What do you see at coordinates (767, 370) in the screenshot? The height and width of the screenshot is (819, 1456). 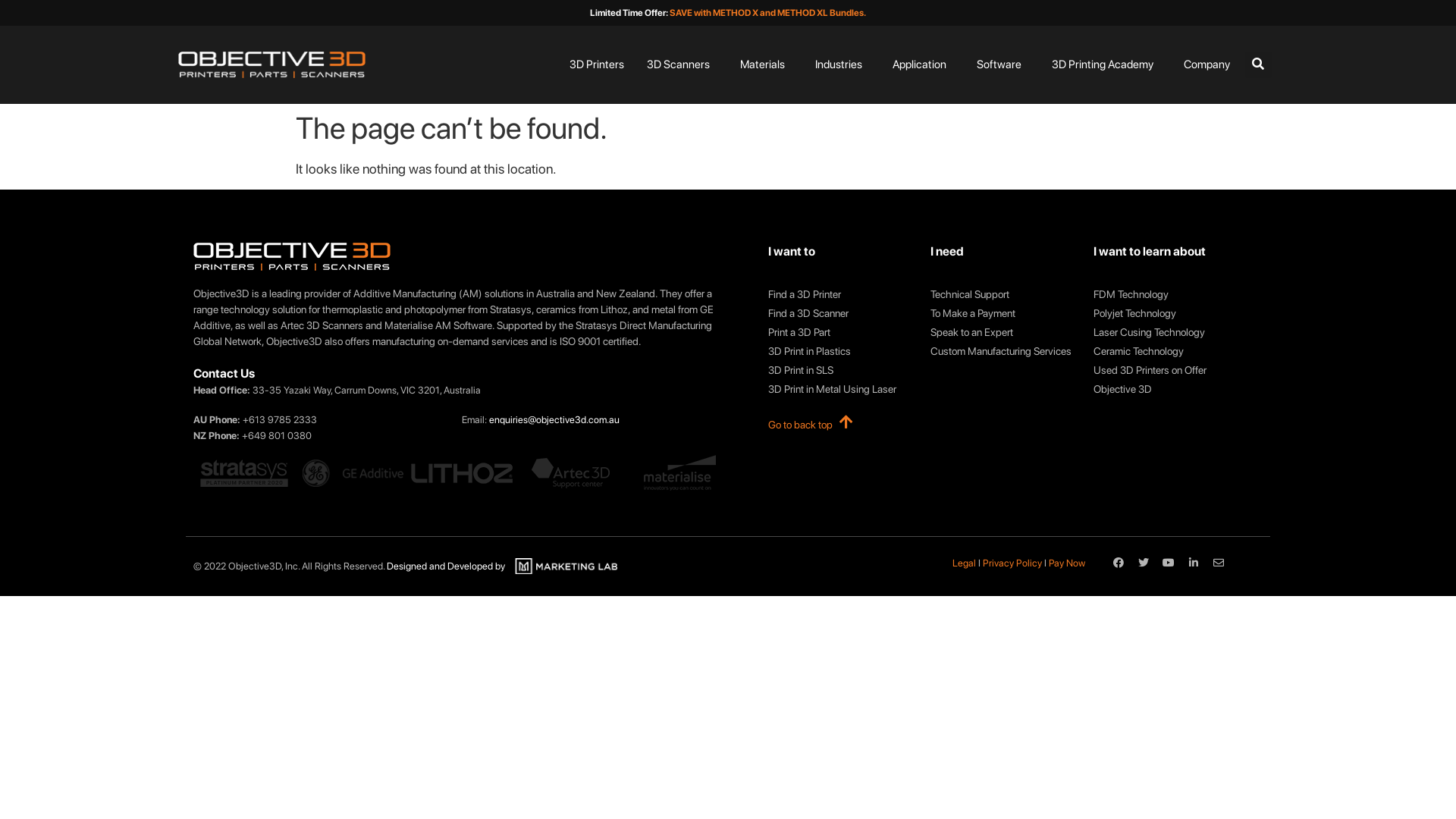 I see `'3D Print in SLS'` at bounding box center [767, 370].